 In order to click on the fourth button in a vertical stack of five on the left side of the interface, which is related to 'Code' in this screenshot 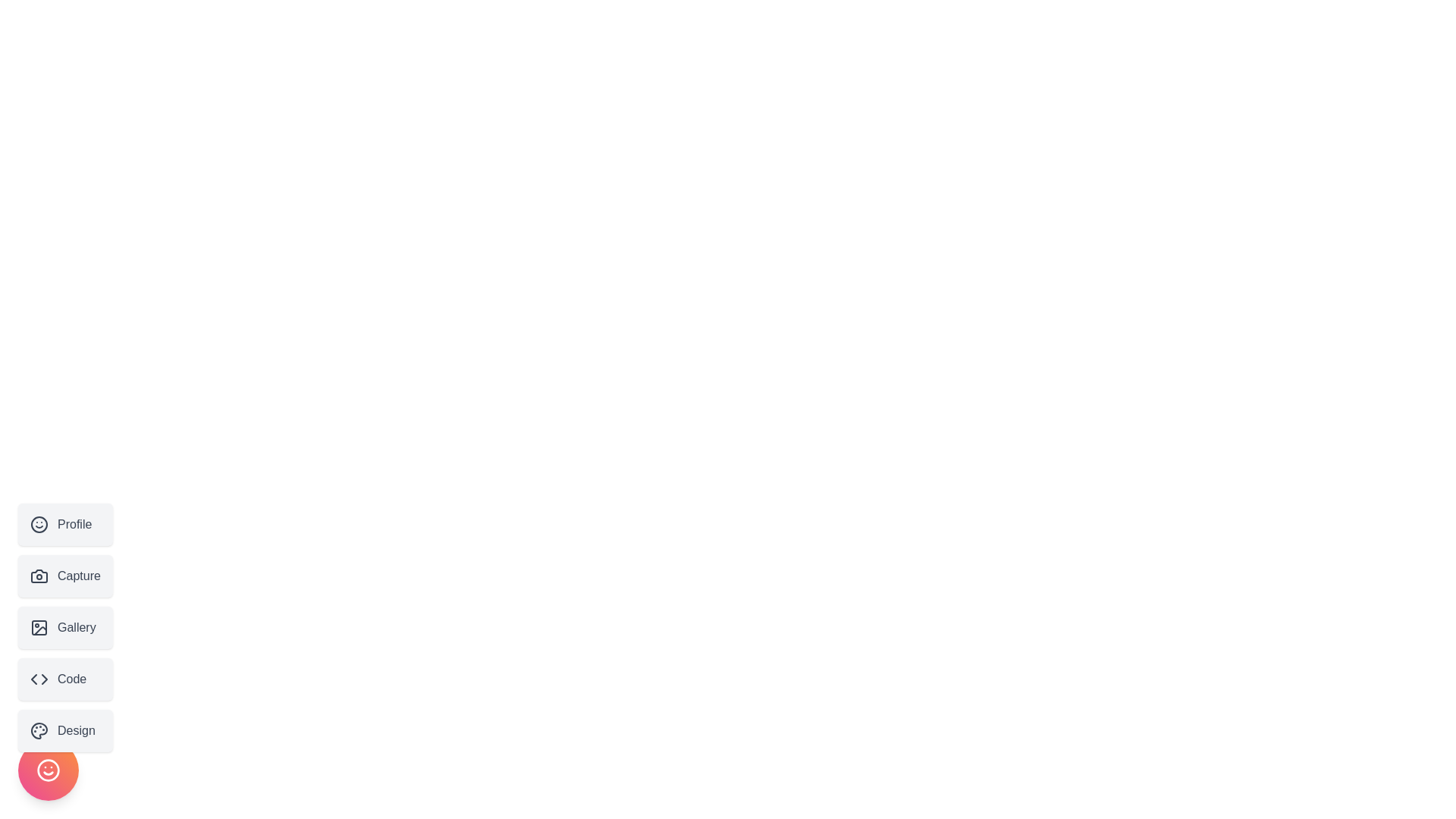, I will do `click(64, 678)`.